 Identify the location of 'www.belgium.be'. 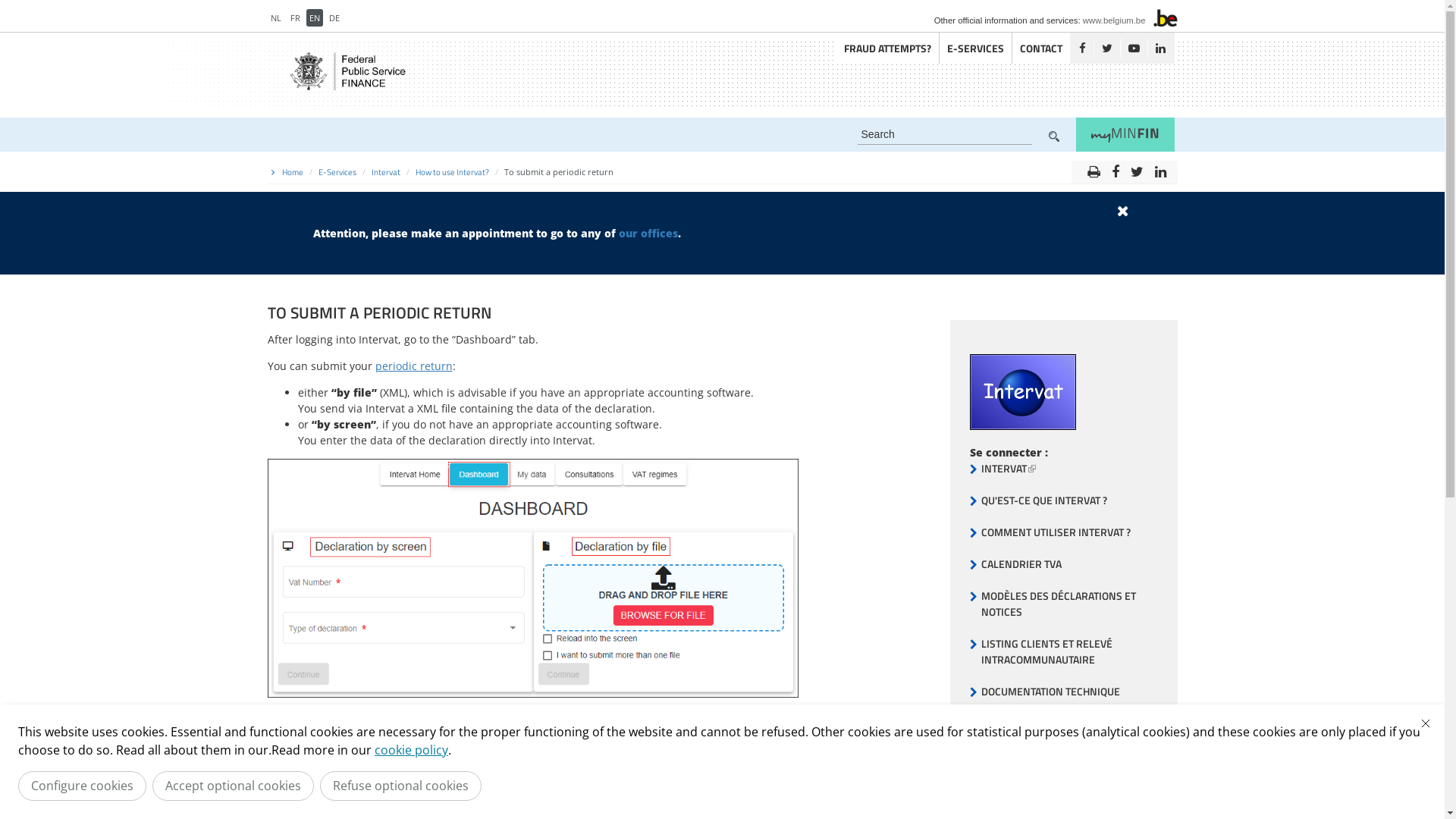
(1114, 20).